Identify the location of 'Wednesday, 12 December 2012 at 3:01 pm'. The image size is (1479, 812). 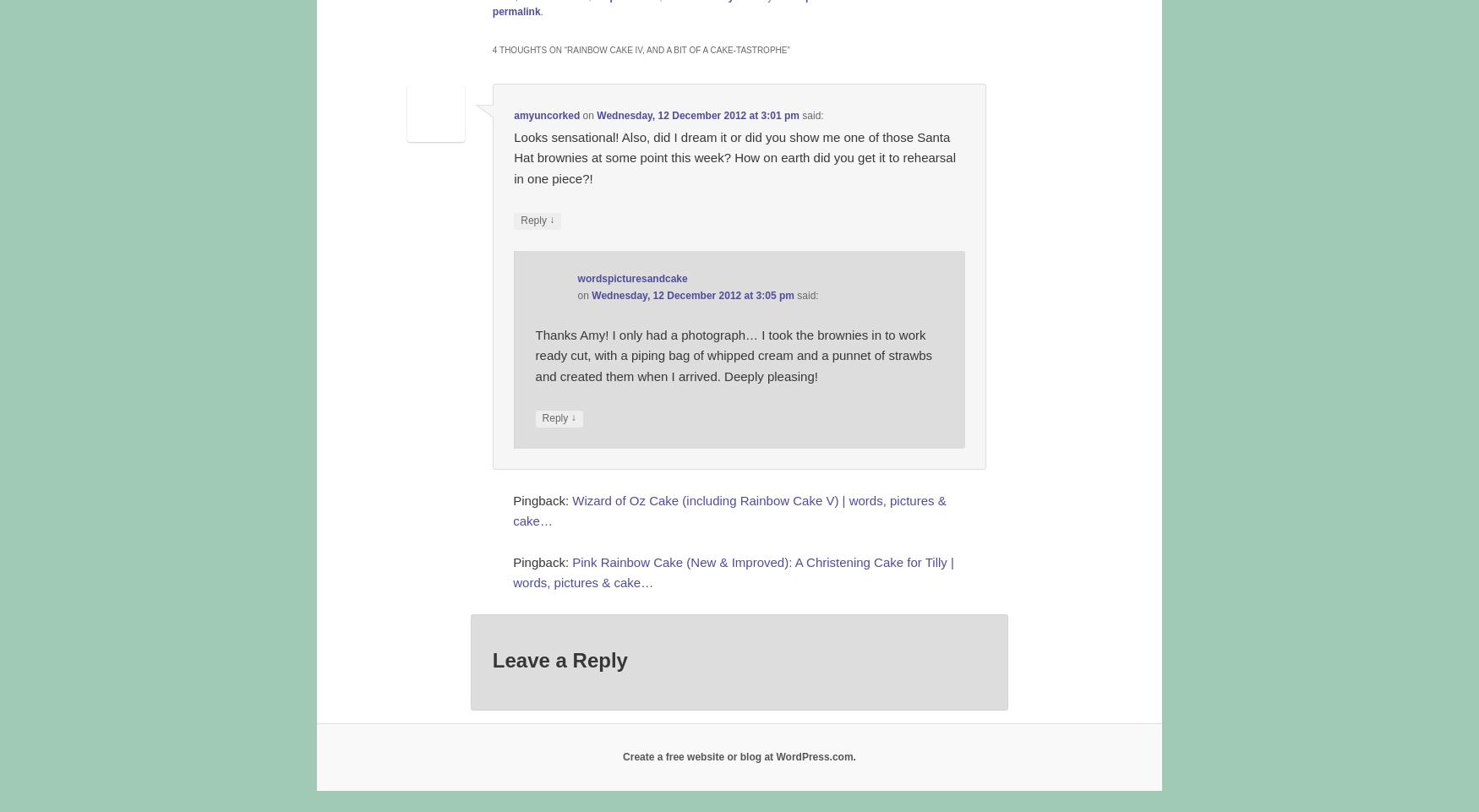
(697, 115).